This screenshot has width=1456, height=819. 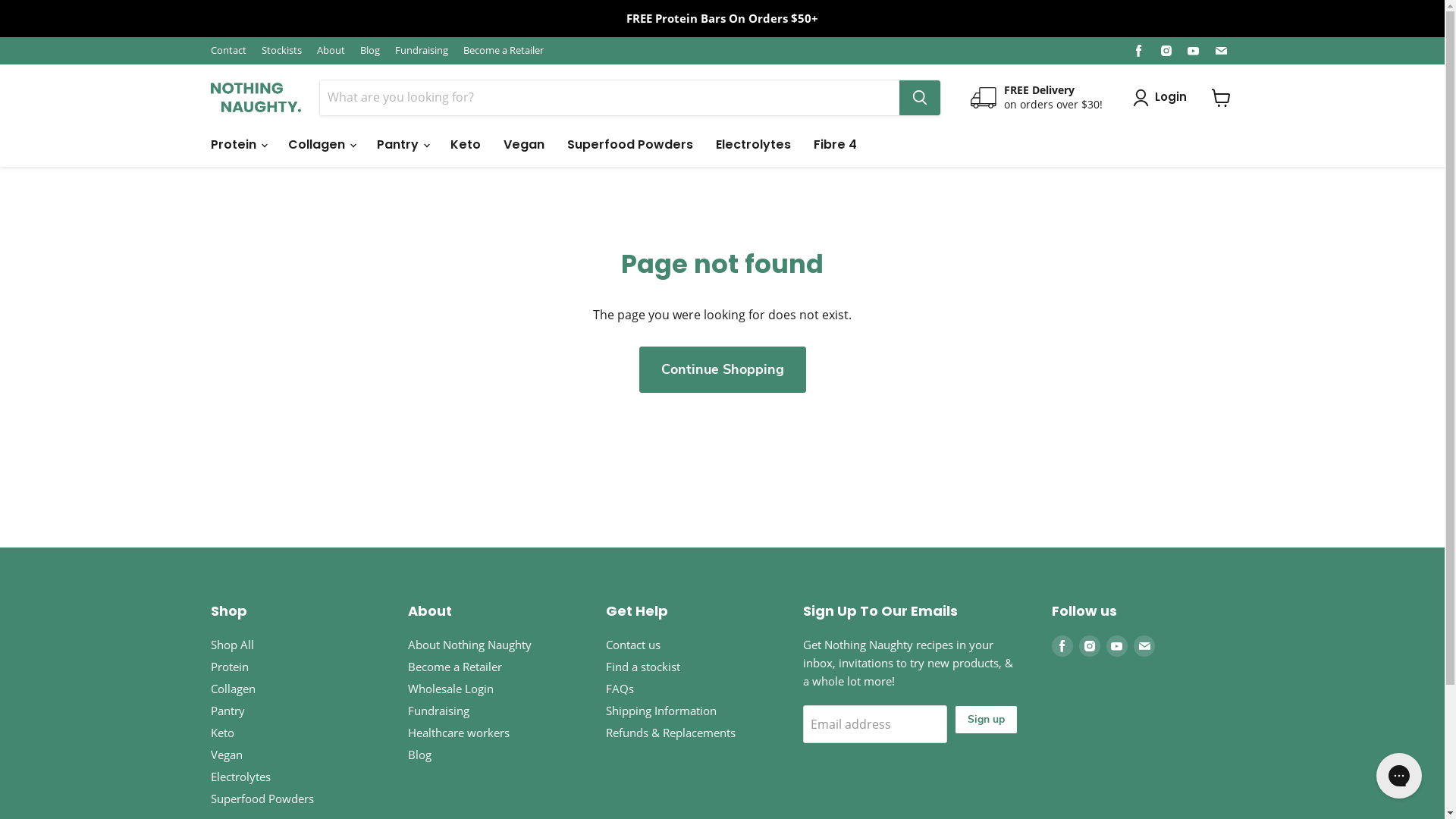 I want to click on 'Sign up', so click(x=986, y=718).